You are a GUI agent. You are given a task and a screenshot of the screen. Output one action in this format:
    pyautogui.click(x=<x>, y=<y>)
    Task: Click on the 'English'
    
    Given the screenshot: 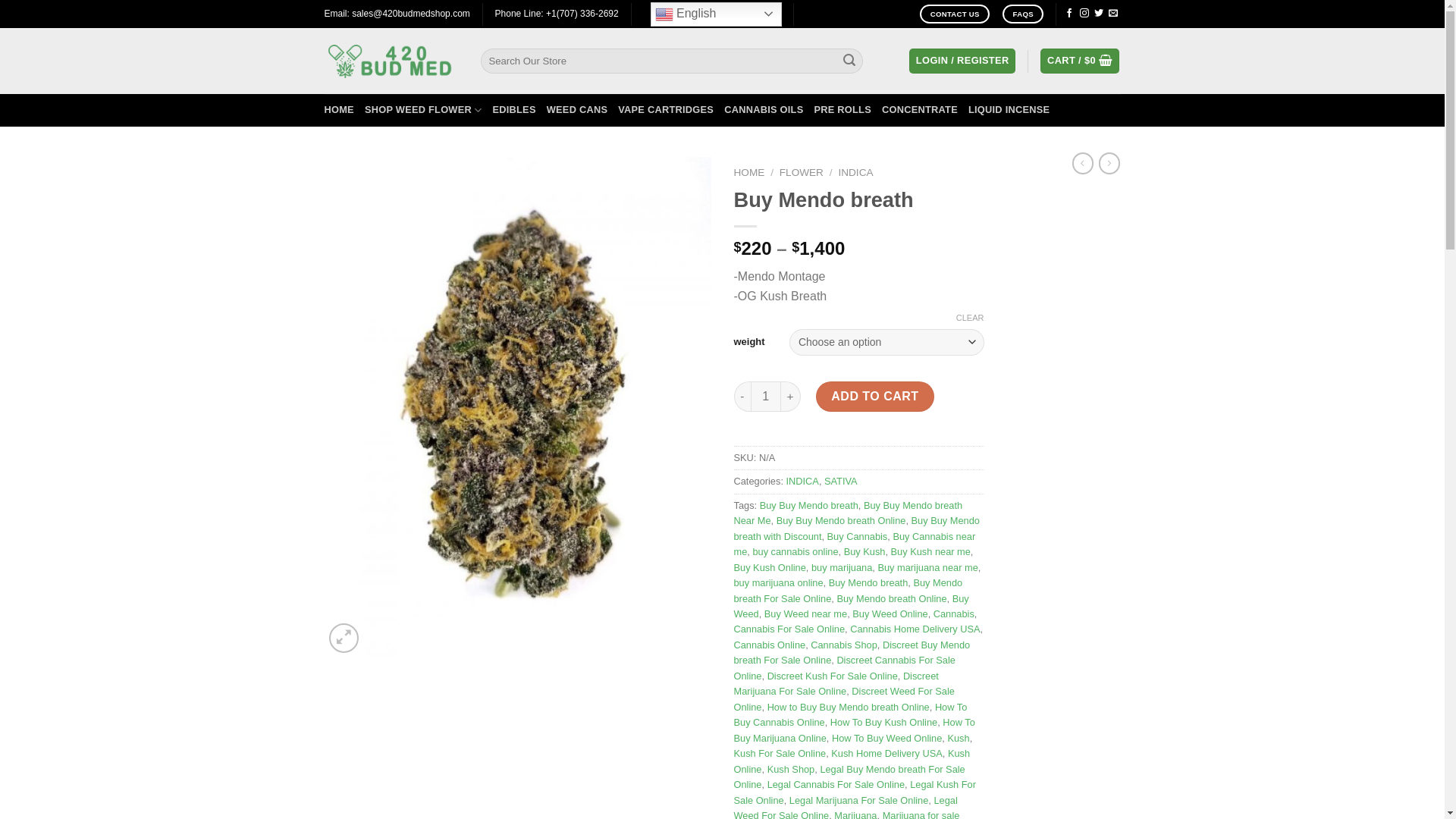 What is the action you would take?
    pyautogui.click(x=715, y=14)
    